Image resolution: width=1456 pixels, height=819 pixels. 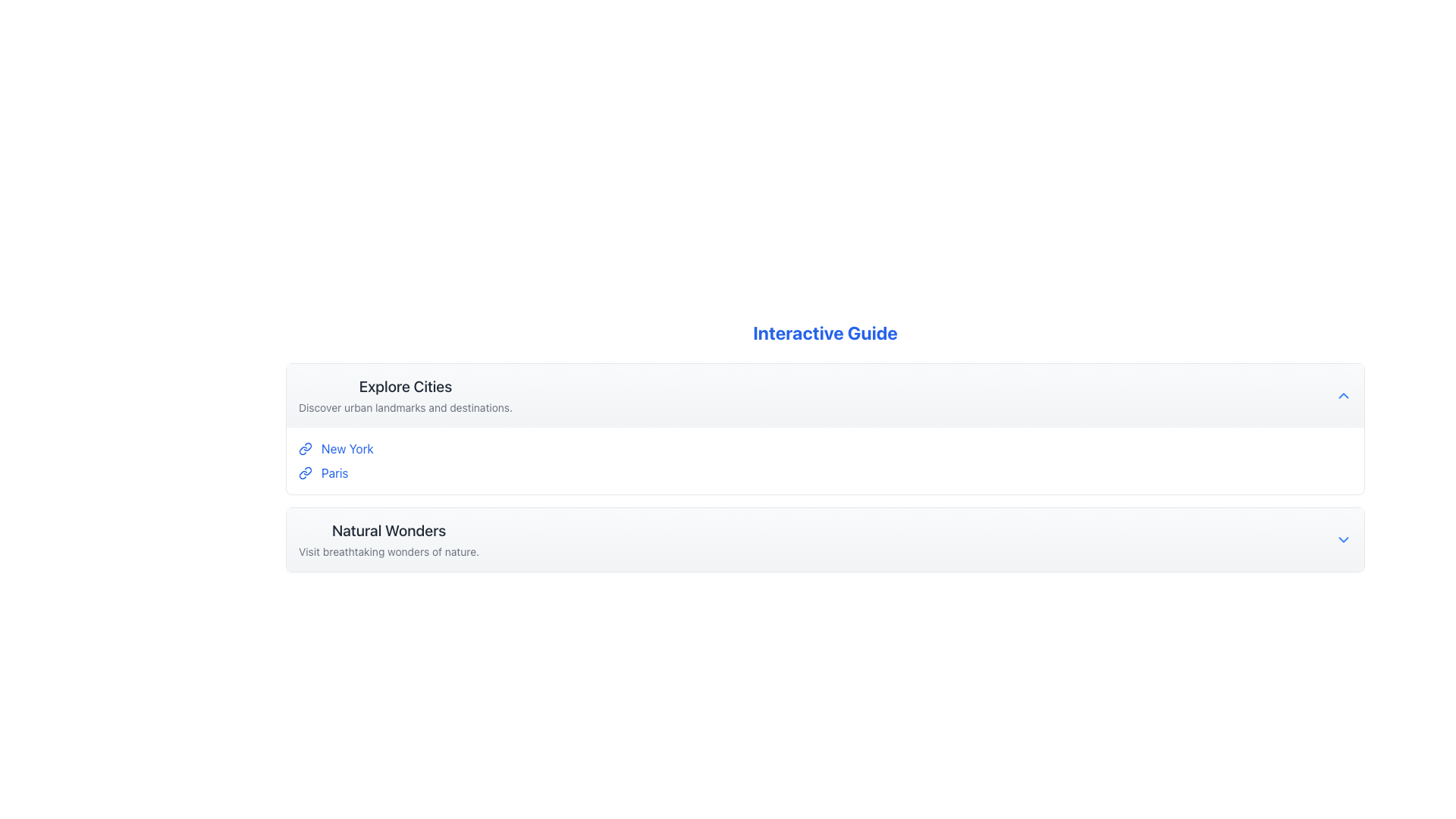 What do you see at coordinates (1343, 539) in the screenshot?
I see `the downward-pointing blue chevron icon located in the 'Natural Wonders' section, which is styled as a line drawing and positioned to the far right of the section` at bounding box center [1343, 539].